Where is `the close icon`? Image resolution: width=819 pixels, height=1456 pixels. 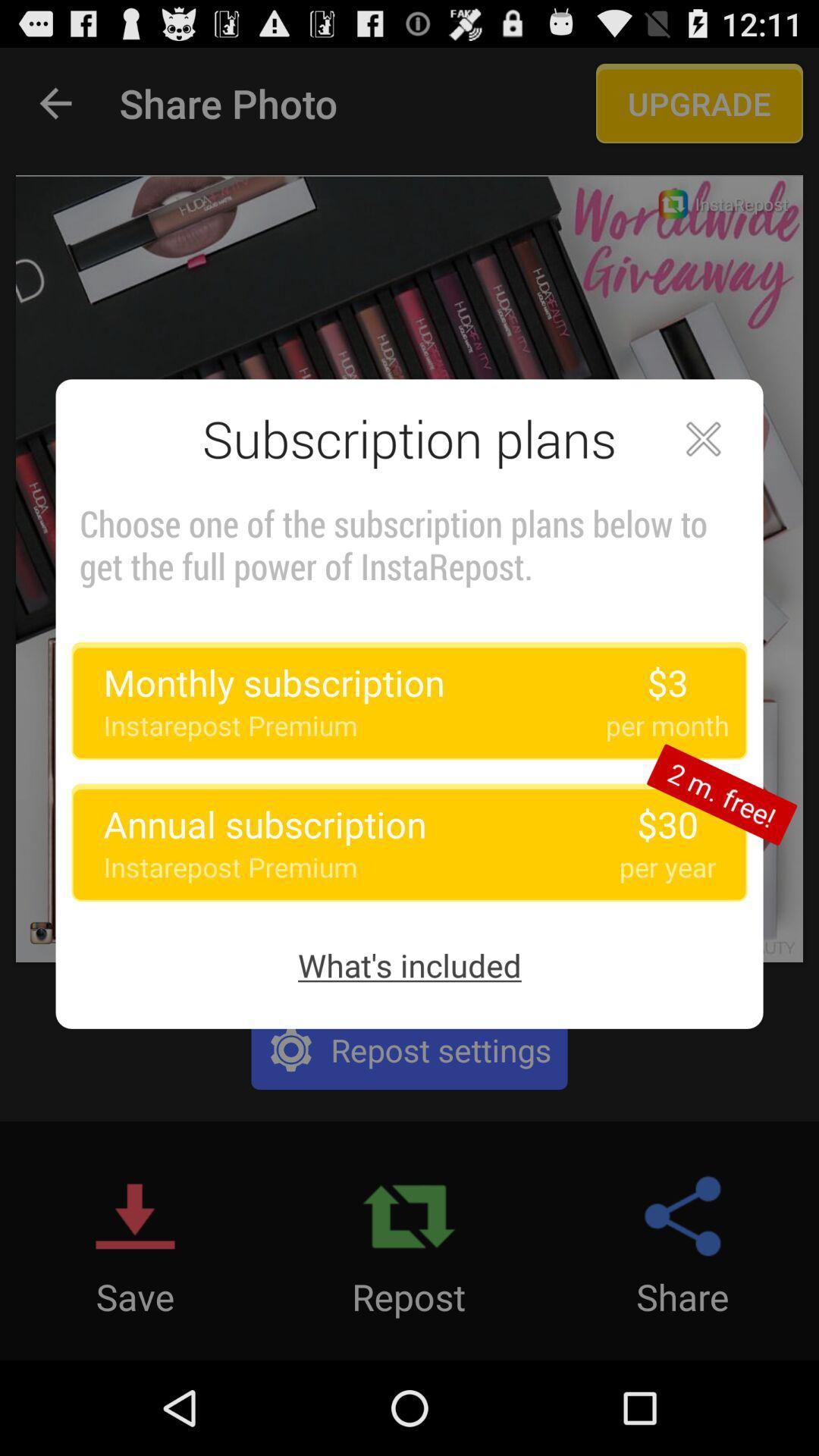
the close icon is located at coordinates (703, 469).